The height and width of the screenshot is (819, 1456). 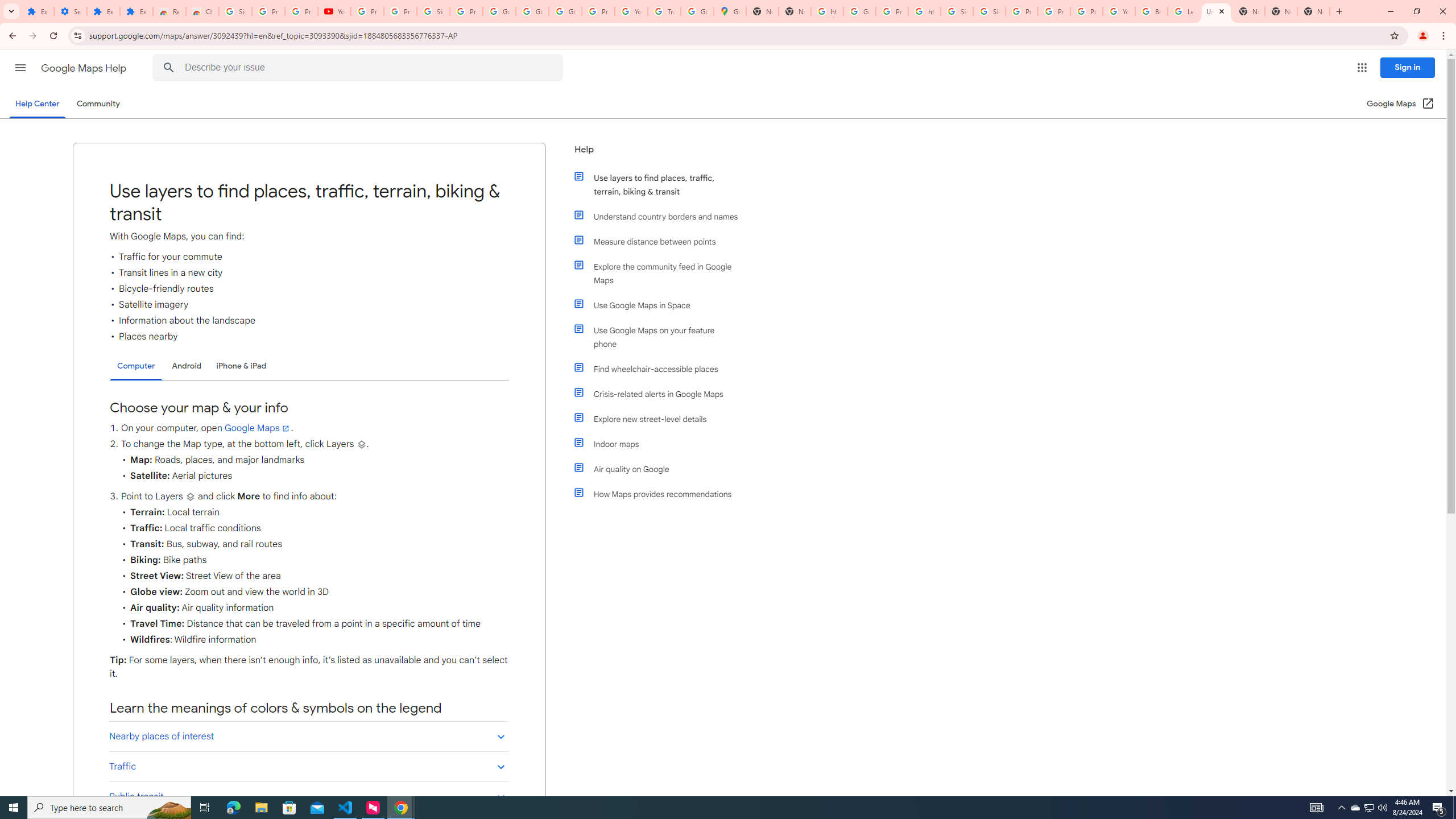 What do you see at coordinates (661, 305) in the screenshot?
I see `'Use Google Maps in Space'` at bounding box center [661, 305].